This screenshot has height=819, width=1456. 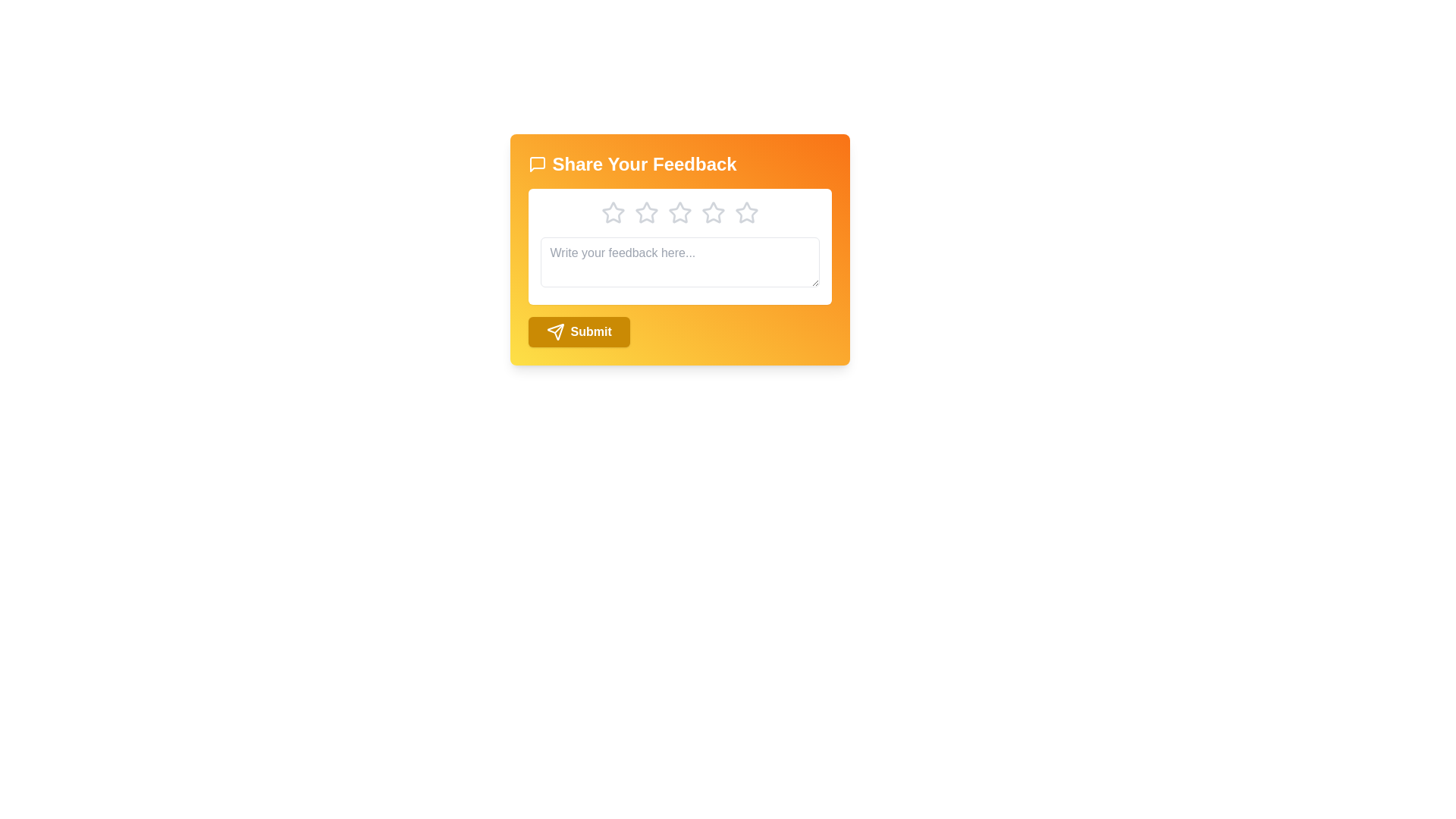 What do you see at coordinates (679, 212) in the screenshot?
I see `the second star in the interactive rating star control` at bounding box center [679, 212].